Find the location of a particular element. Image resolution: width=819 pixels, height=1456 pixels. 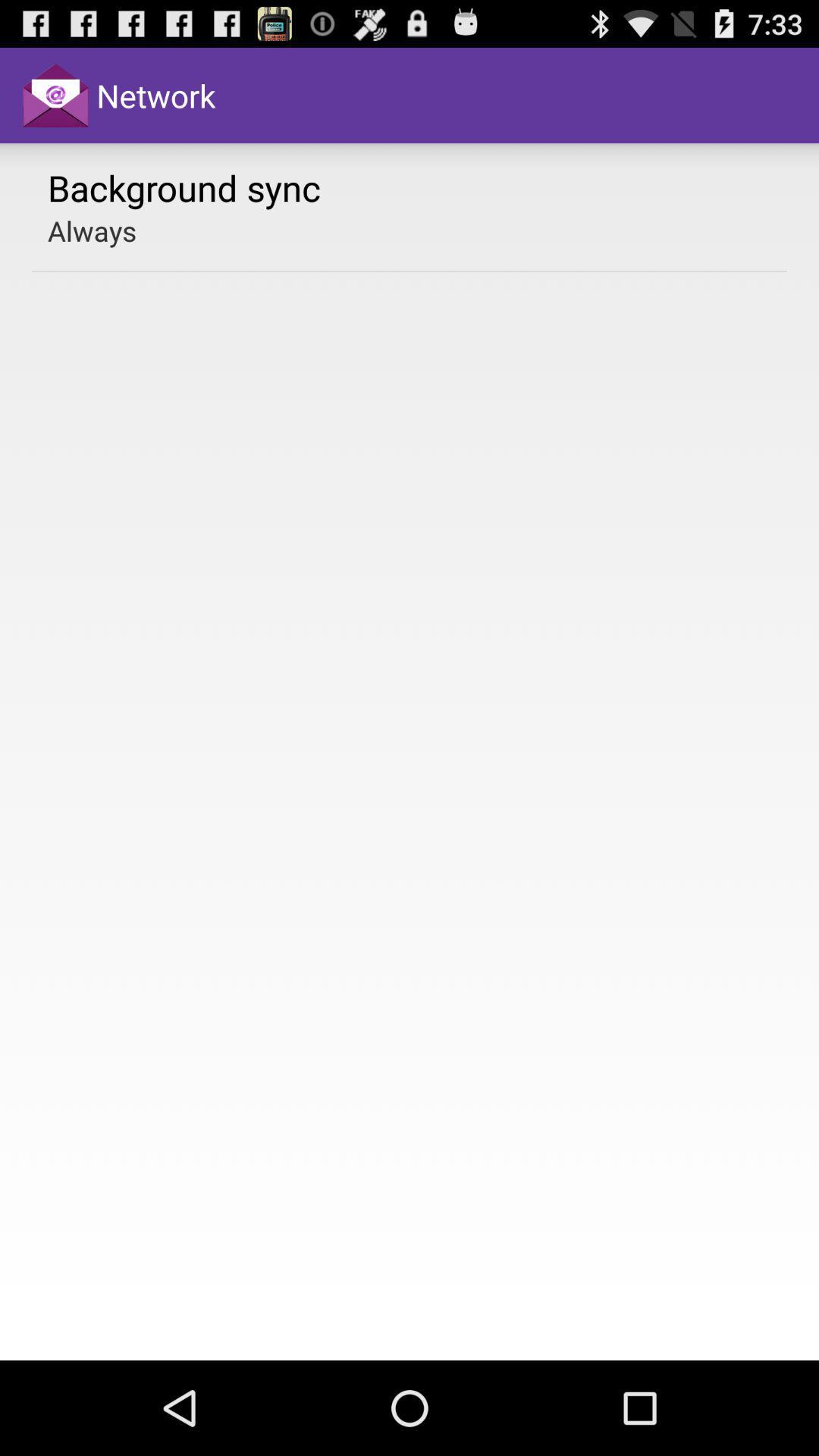

the app above the always is located at coordinates (184, 187).